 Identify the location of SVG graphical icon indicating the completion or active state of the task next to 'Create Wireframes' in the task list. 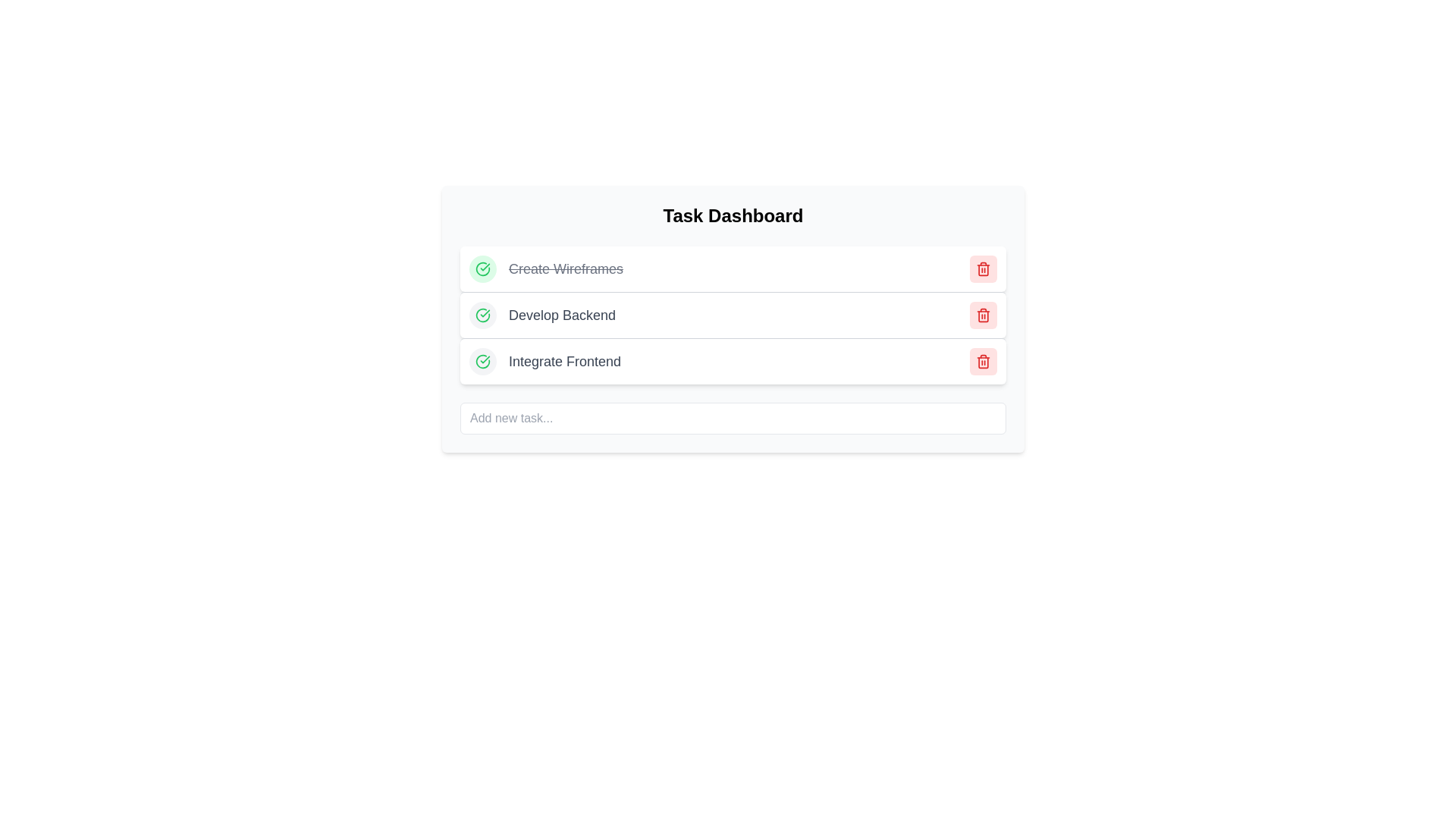
(482, 268).